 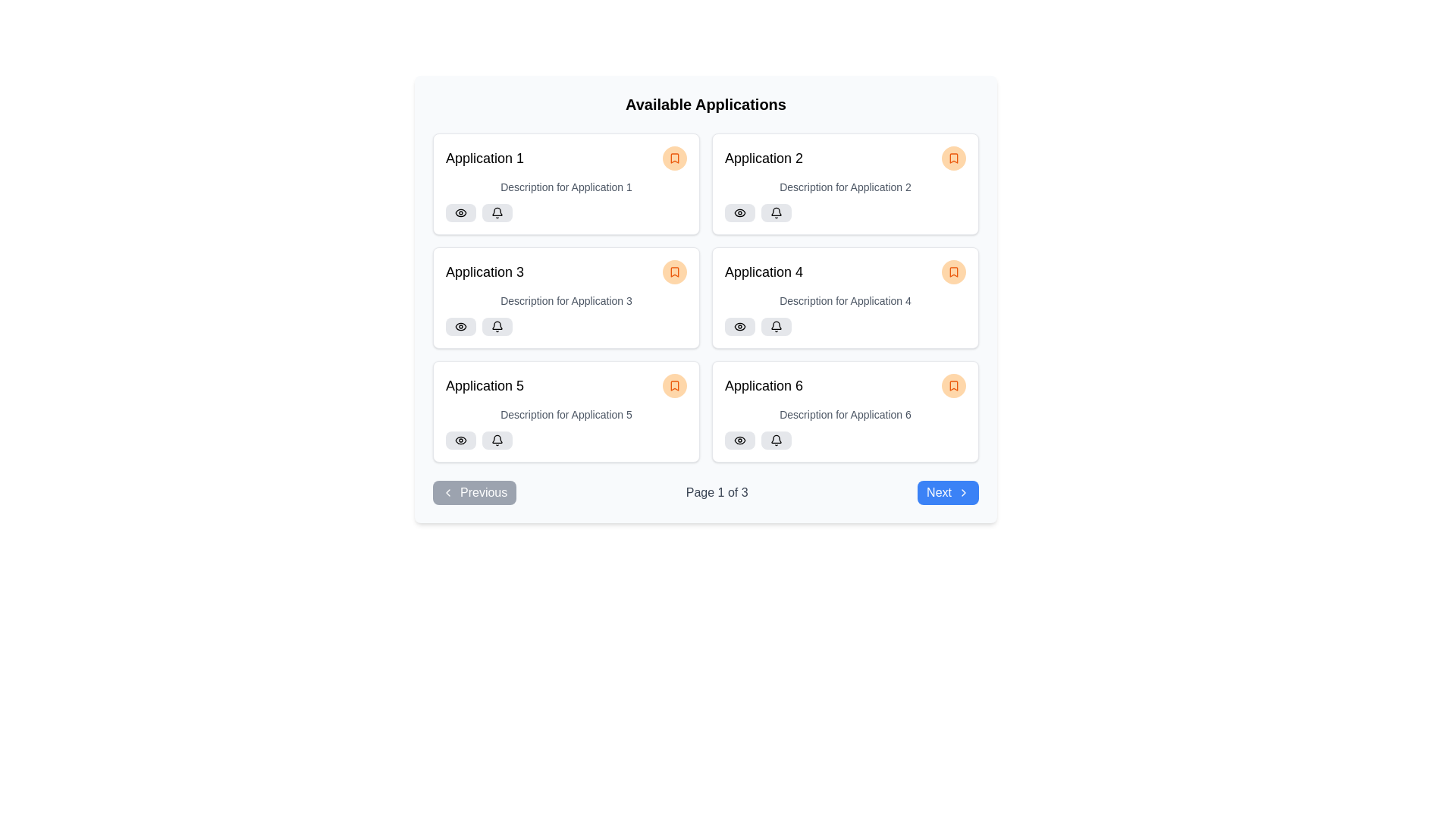 I want to click on the eye-shaped icon with a hollow circular design located within the card labeled 'Application 1', positioned in the first row and first column of the grid layout, so click(x=460, y=213).